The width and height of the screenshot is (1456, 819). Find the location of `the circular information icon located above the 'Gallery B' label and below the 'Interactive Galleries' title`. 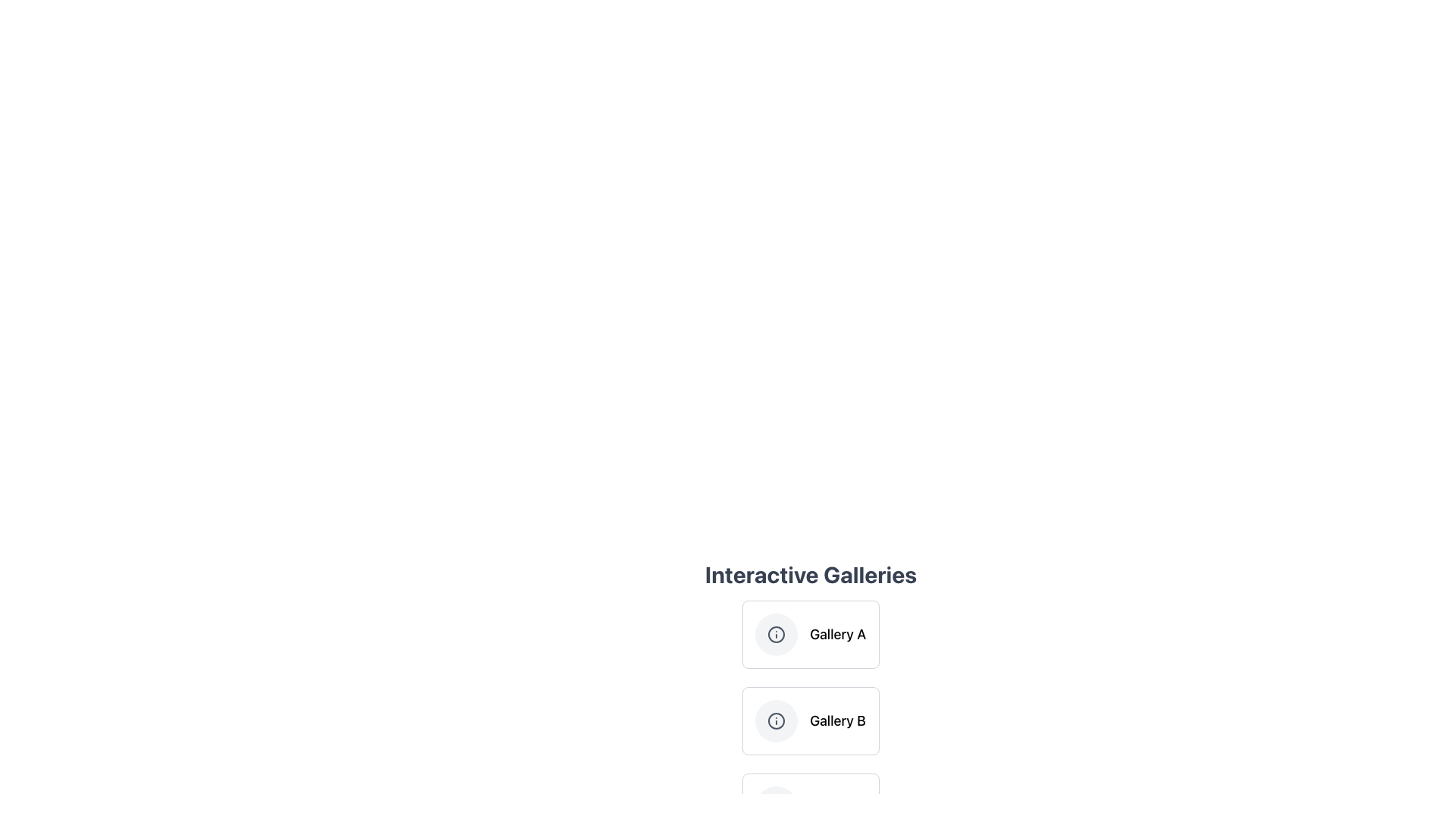

the circular information icon located above the 'Gallery B' label and below the 'Interactive Galleries' title is located at coordinates (776, 635).